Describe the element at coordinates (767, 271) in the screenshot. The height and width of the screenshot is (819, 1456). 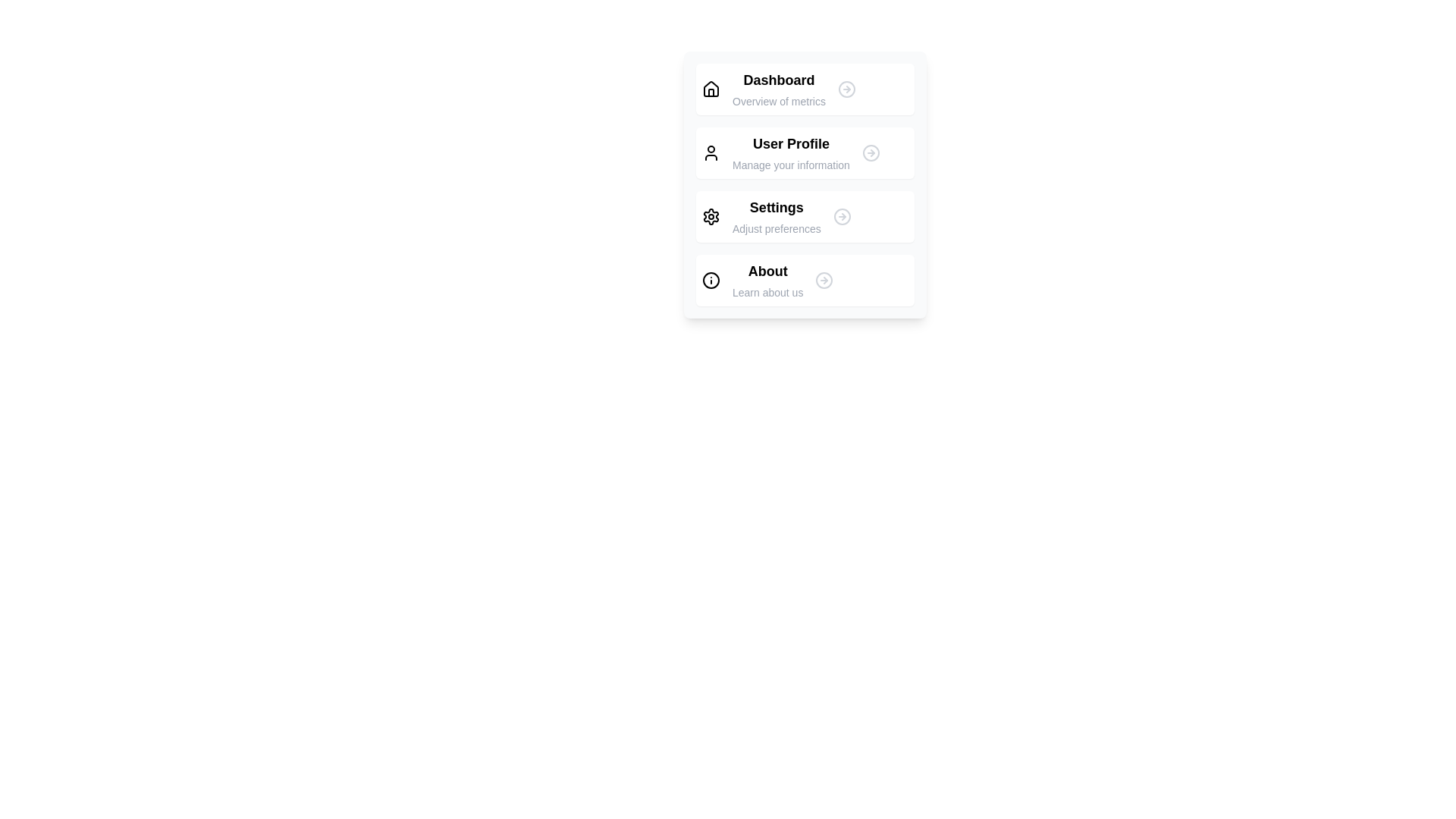
I see `the bold, black 'About' text label located in the bottom-most group of the menu, positioned directly above the 'Learn about us' text` at that location.